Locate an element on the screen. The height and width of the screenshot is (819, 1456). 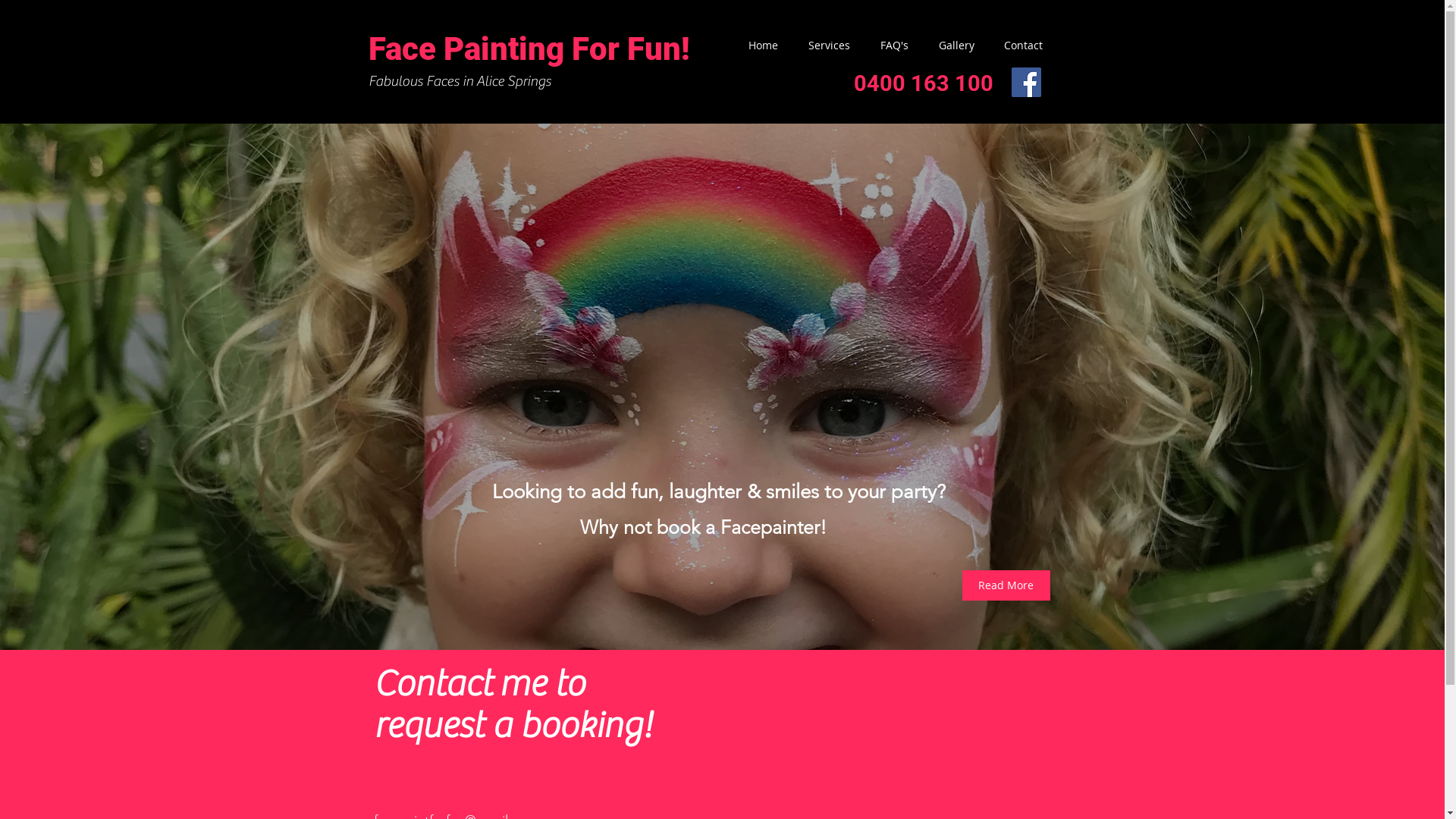
'Home' is located at coordinates (755, 45).